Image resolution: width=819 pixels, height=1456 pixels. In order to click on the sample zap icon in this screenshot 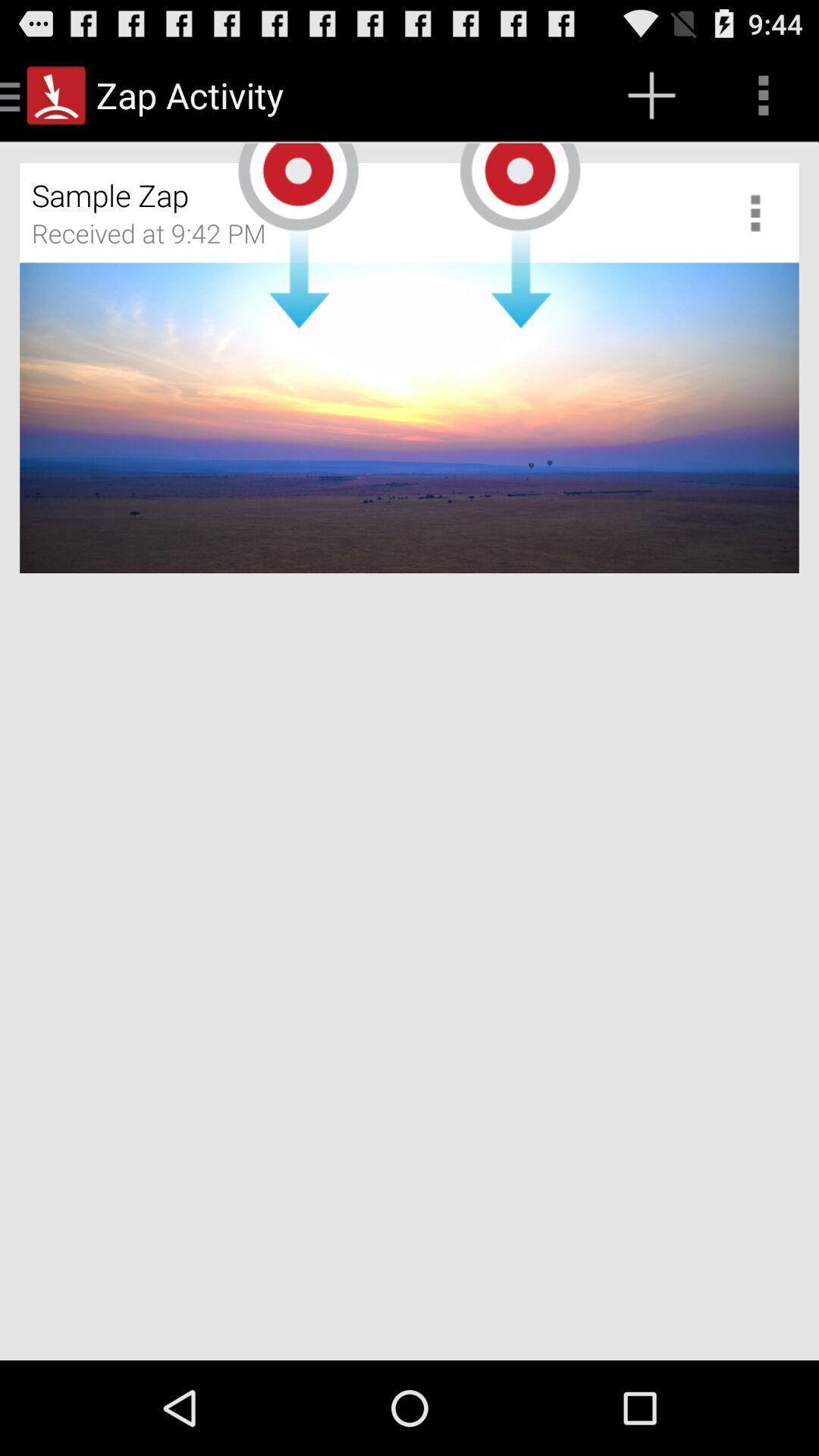, I will do `click(319, 188)`.